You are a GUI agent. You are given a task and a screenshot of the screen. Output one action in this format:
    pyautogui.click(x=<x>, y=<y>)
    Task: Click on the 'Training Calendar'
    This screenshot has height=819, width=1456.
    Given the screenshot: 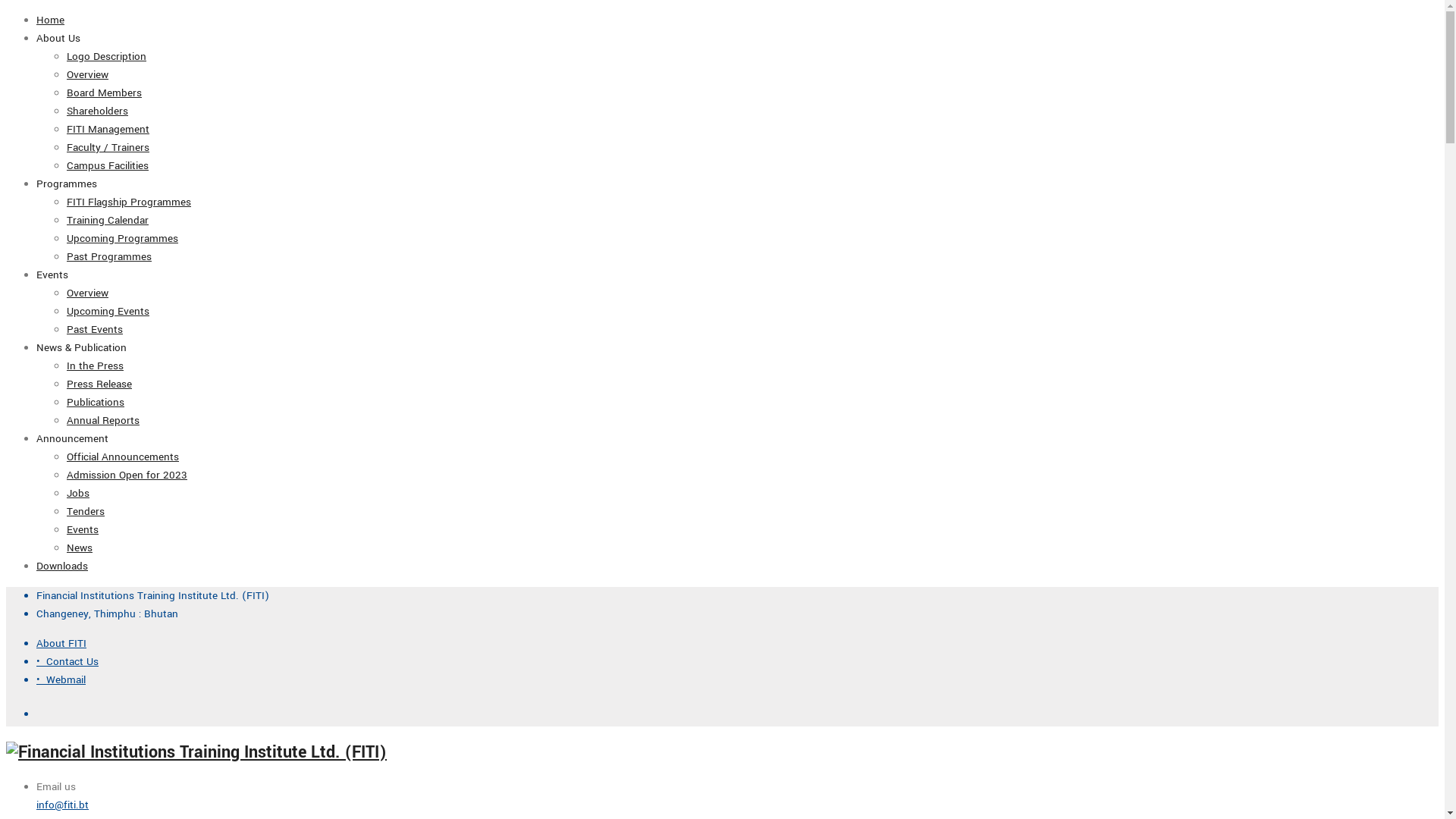 What is the action you would take?
    pyautogui.click(x=107, y=220)
    